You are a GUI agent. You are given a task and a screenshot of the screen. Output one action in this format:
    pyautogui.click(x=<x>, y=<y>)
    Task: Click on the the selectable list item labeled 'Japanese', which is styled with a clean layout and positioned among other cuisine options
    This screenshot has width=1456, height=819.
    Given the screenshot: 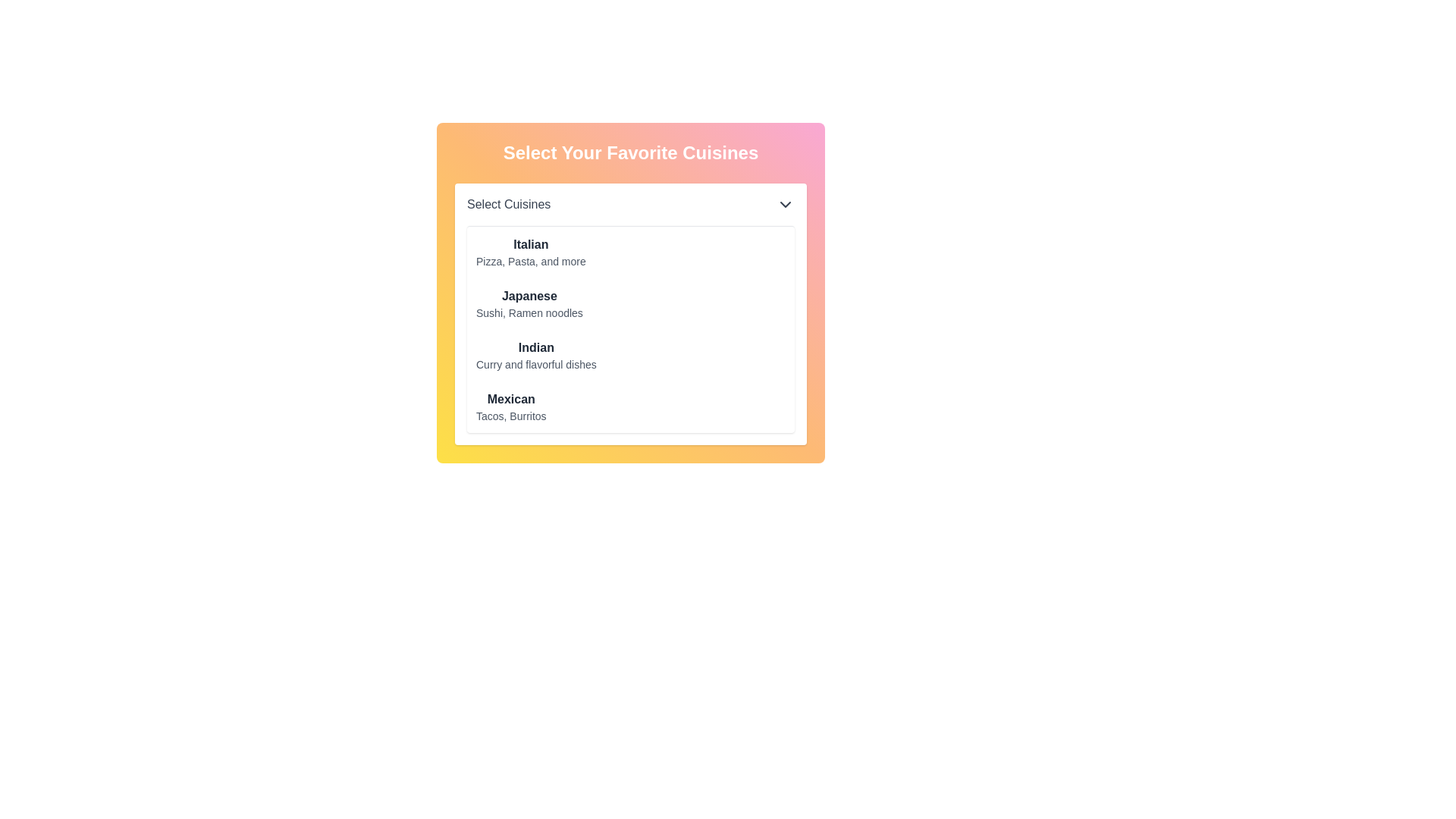 What is the action you would take?
    pyautogui.click(x=630, y=293)
    